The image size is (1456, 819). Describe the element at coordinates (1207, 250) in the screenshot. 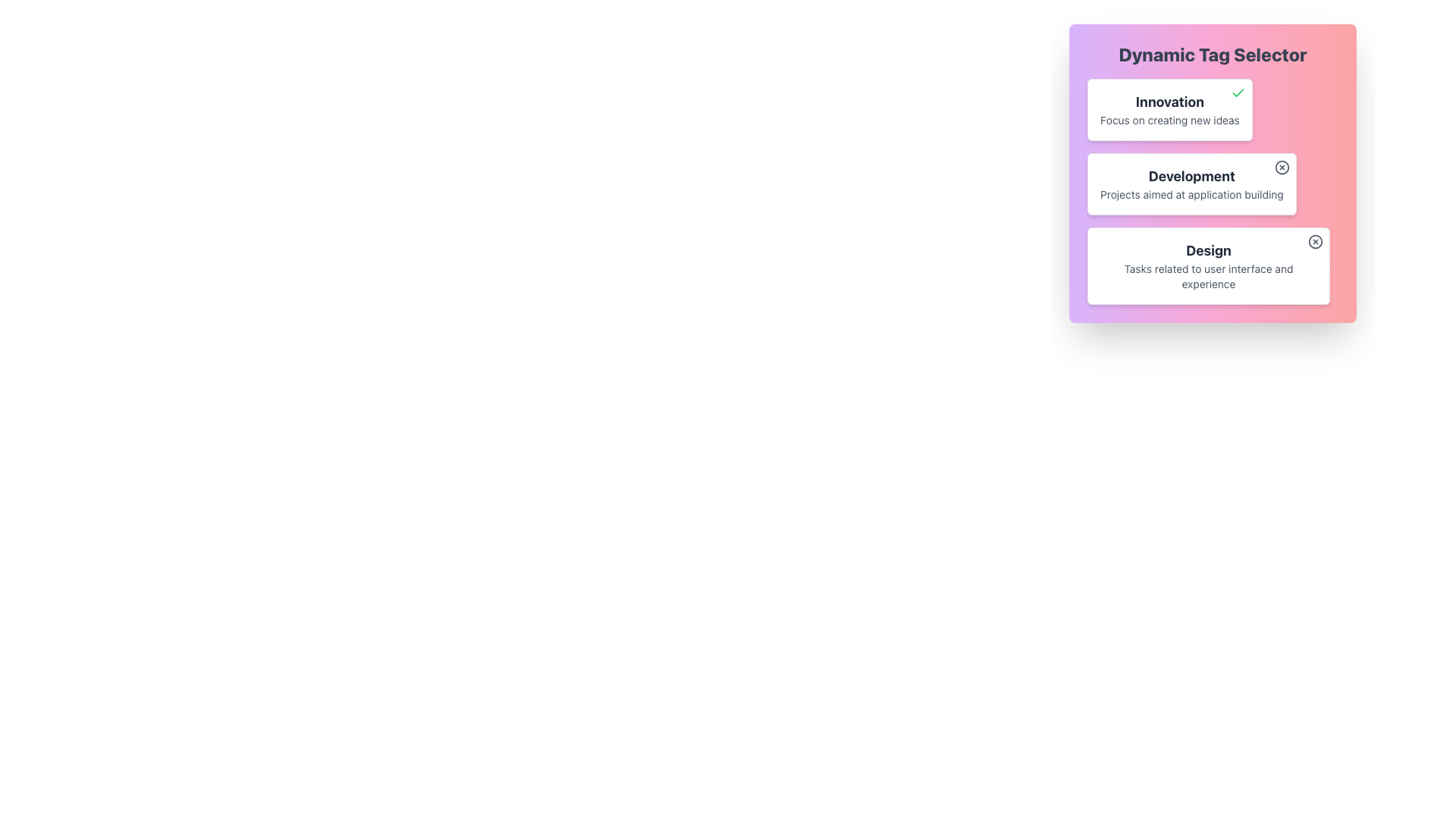

I see `text content of the bold 'Design' label located prominently within its bordered box in the 'Dynamic Tag Selector' panel` at that location.